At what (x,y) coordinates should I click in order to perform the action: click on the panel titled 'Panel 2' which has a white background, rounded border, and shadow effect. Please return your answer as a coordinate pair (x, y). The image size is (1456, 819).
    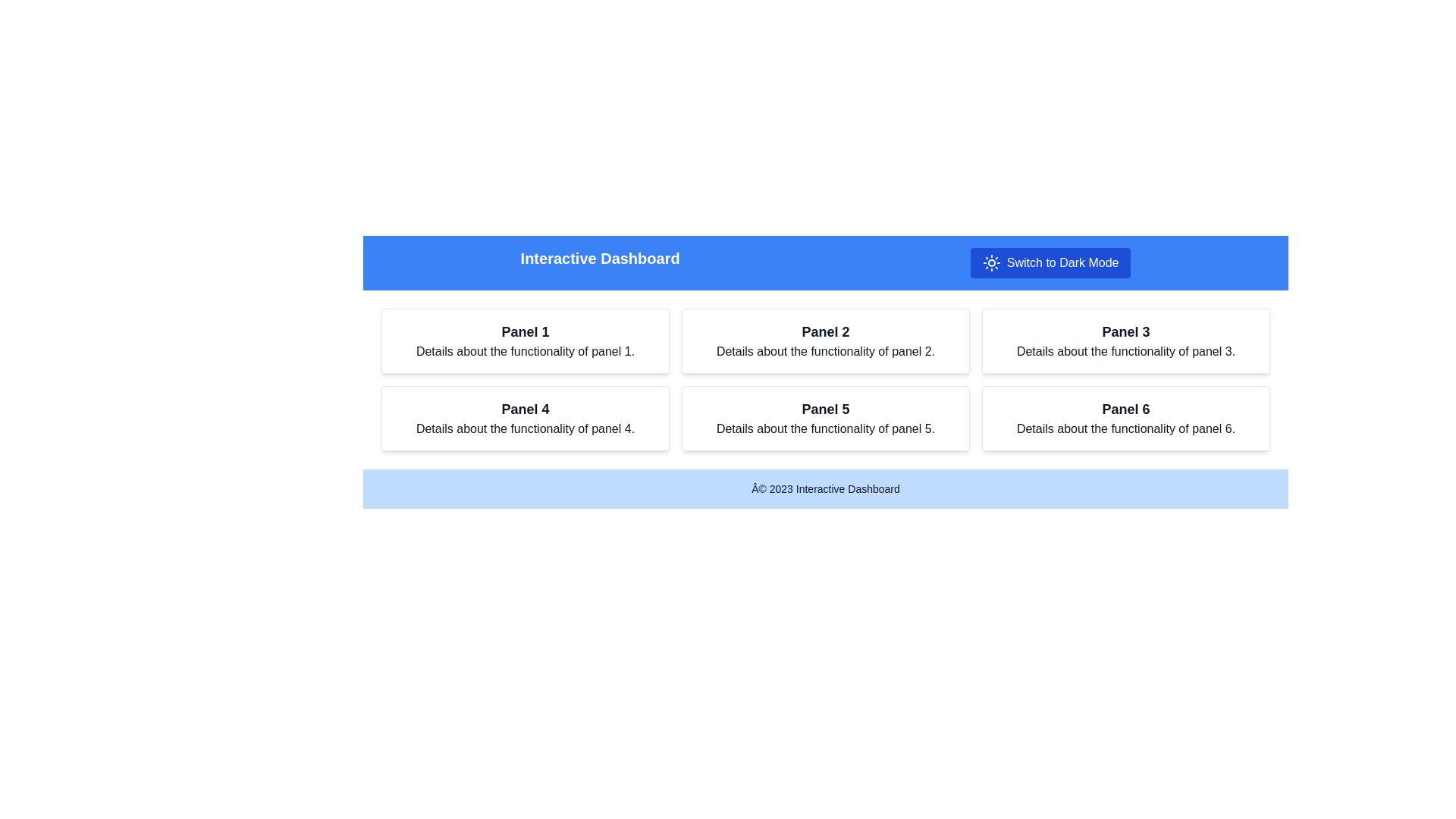
    Looking at the image, I should click on (825, 341).